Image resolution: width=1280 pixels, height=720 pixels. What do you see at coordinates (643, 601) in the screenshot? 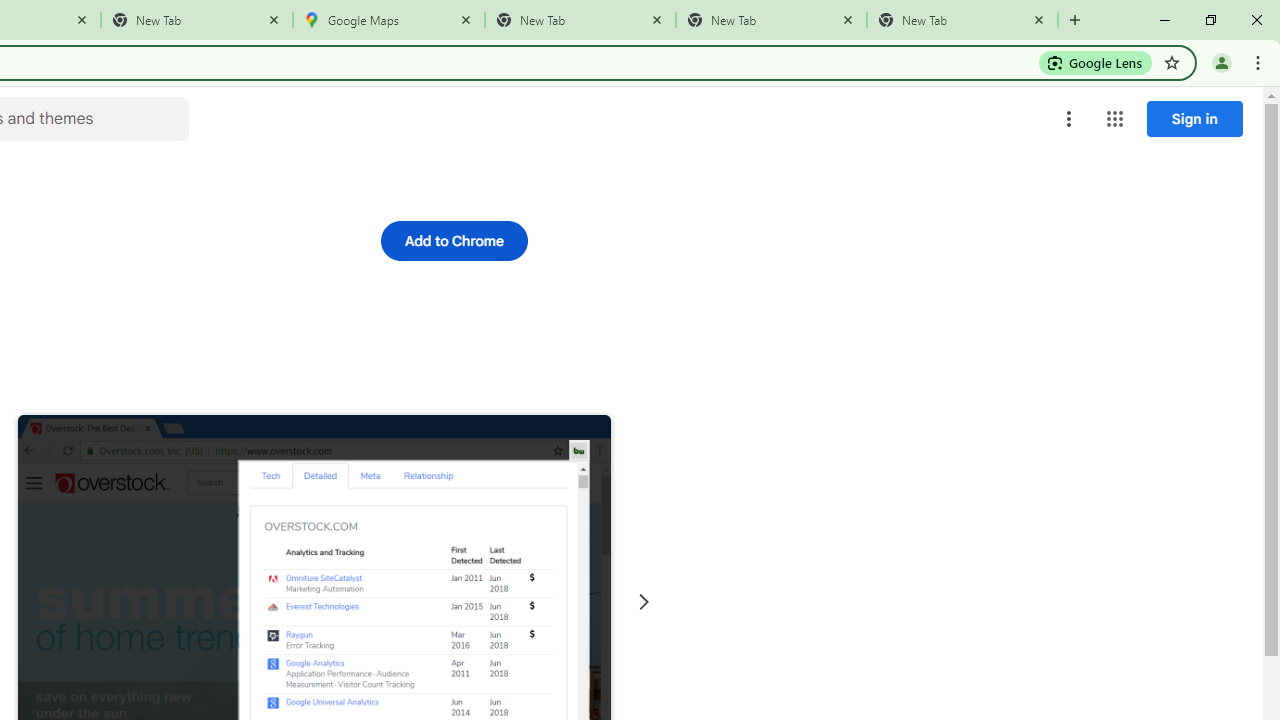
I see `'Next slide'` at bounding box center [643, 601].